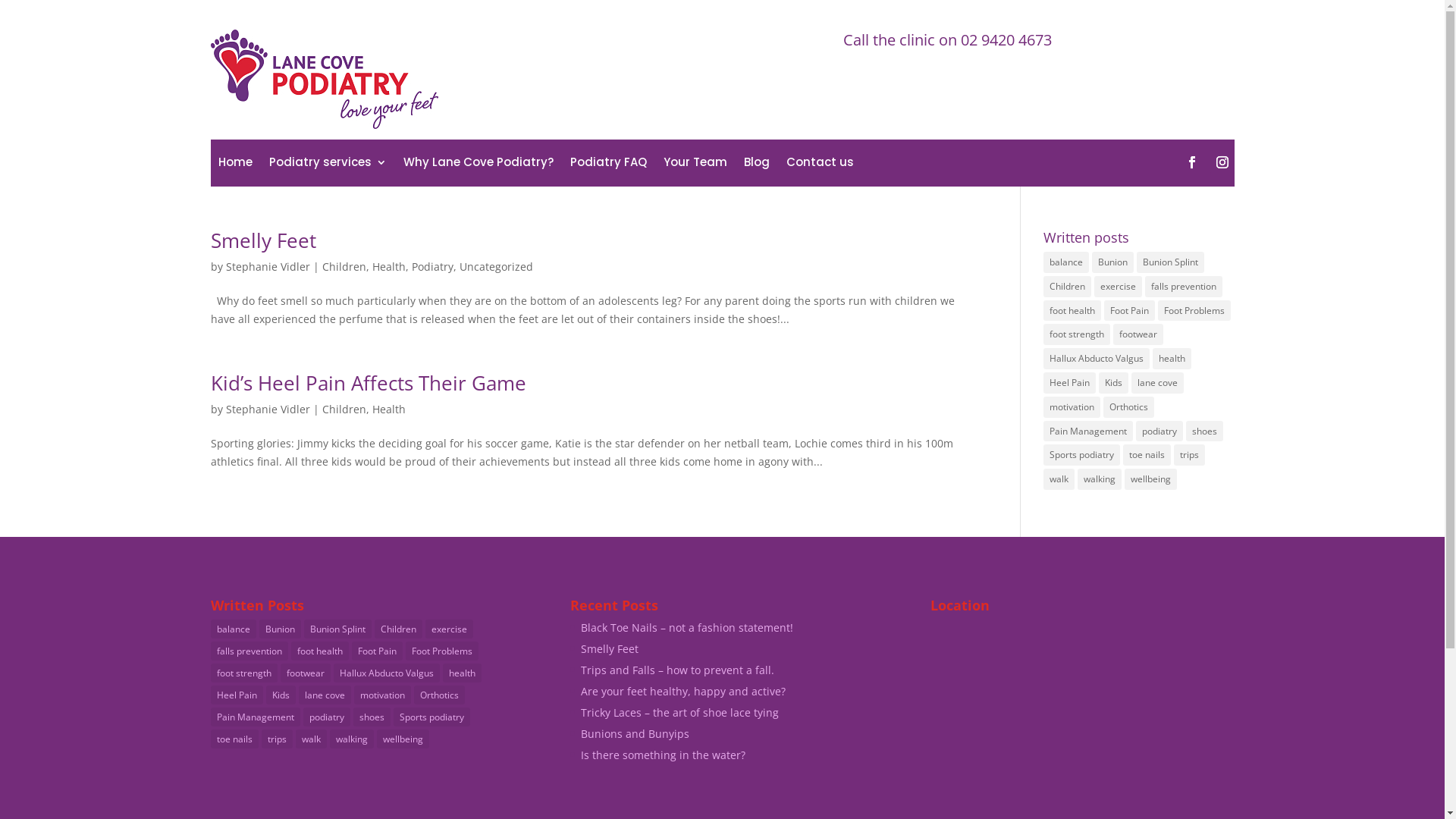 This screenshot has width=1456, height=819. I want to click on 'walking', so click(350, 738).